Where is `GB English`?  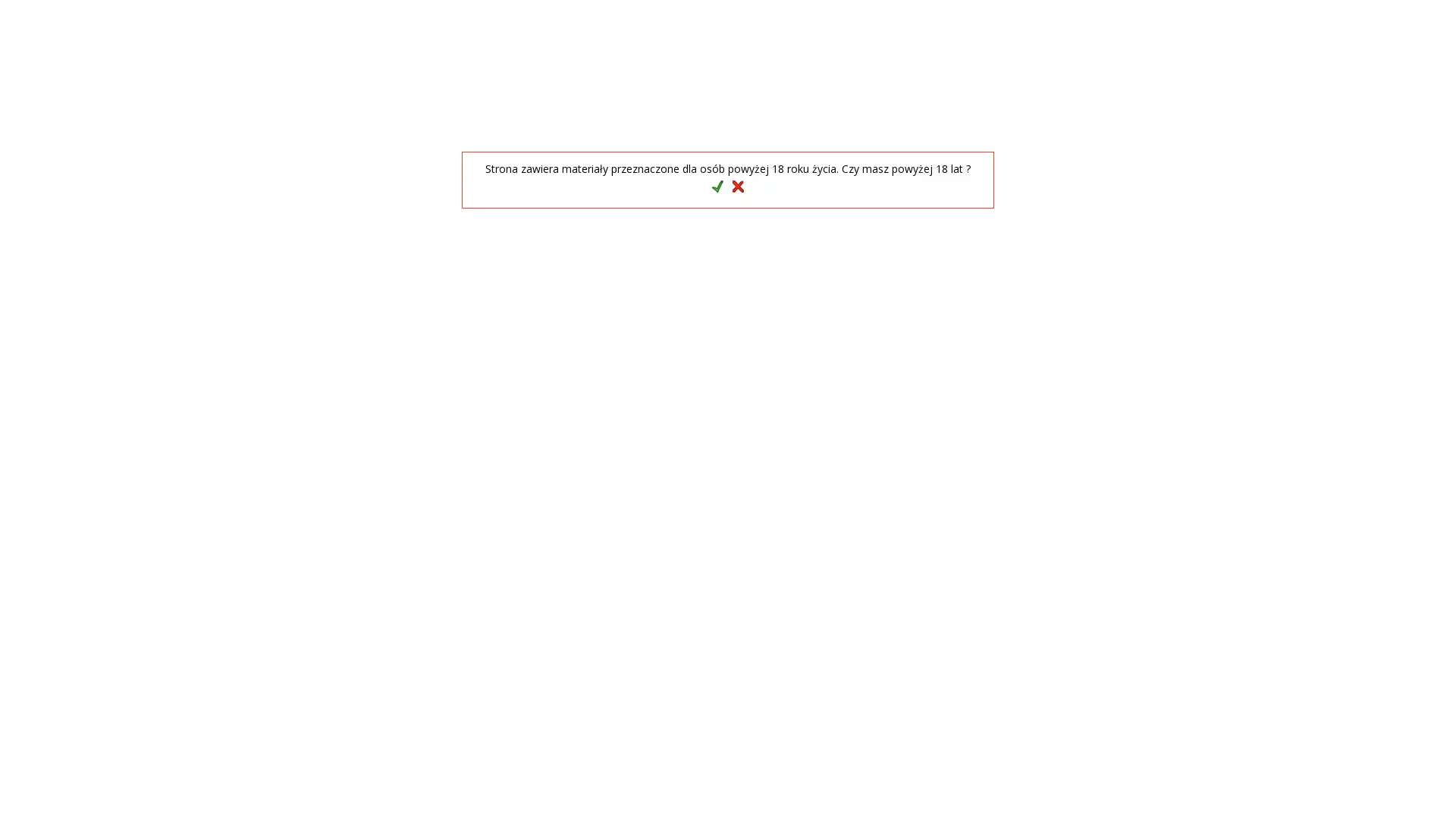 GB English is located at coordinates (967, 13).